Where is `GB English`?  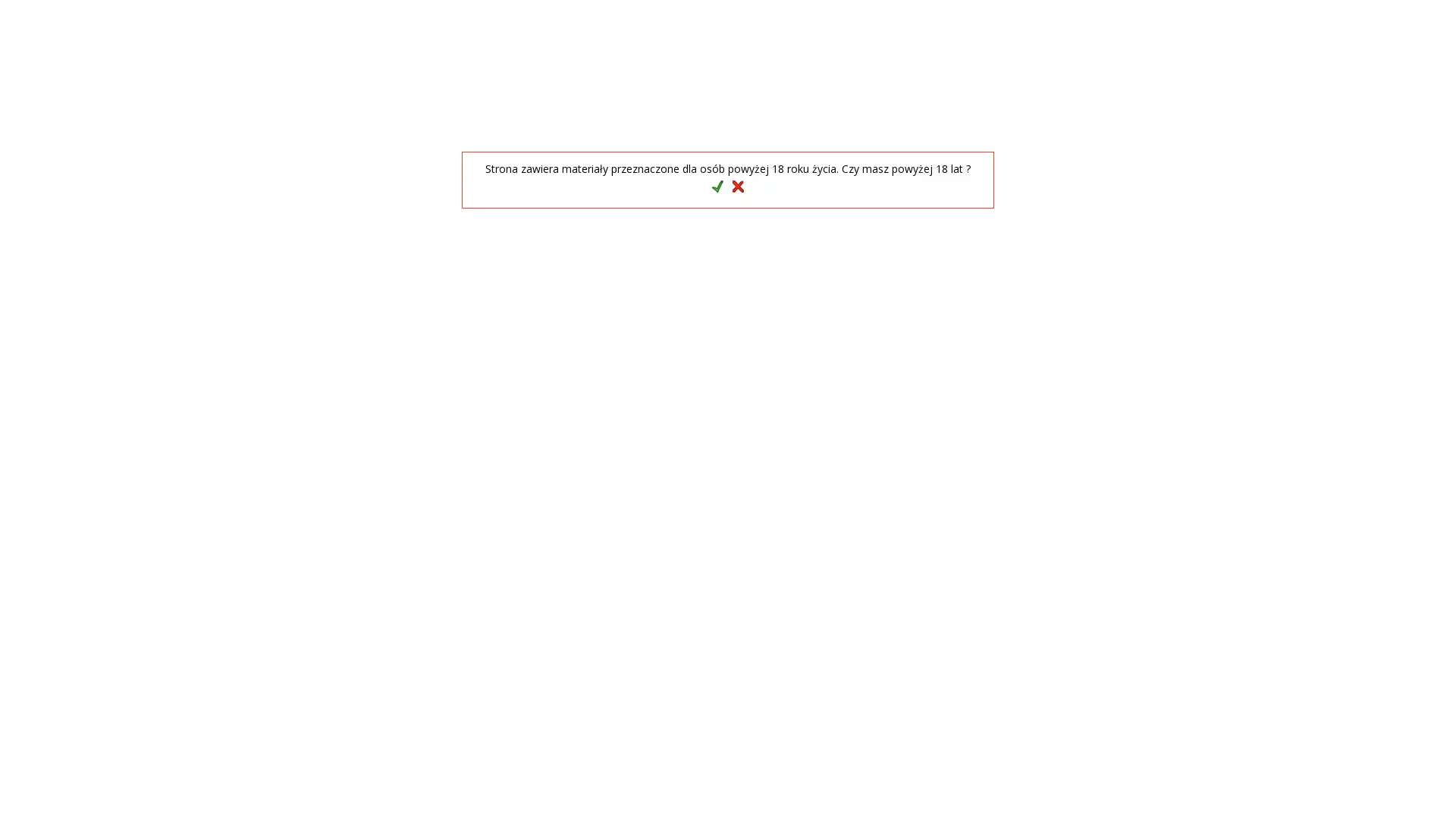 GB English is located at coordinates (967, 13).